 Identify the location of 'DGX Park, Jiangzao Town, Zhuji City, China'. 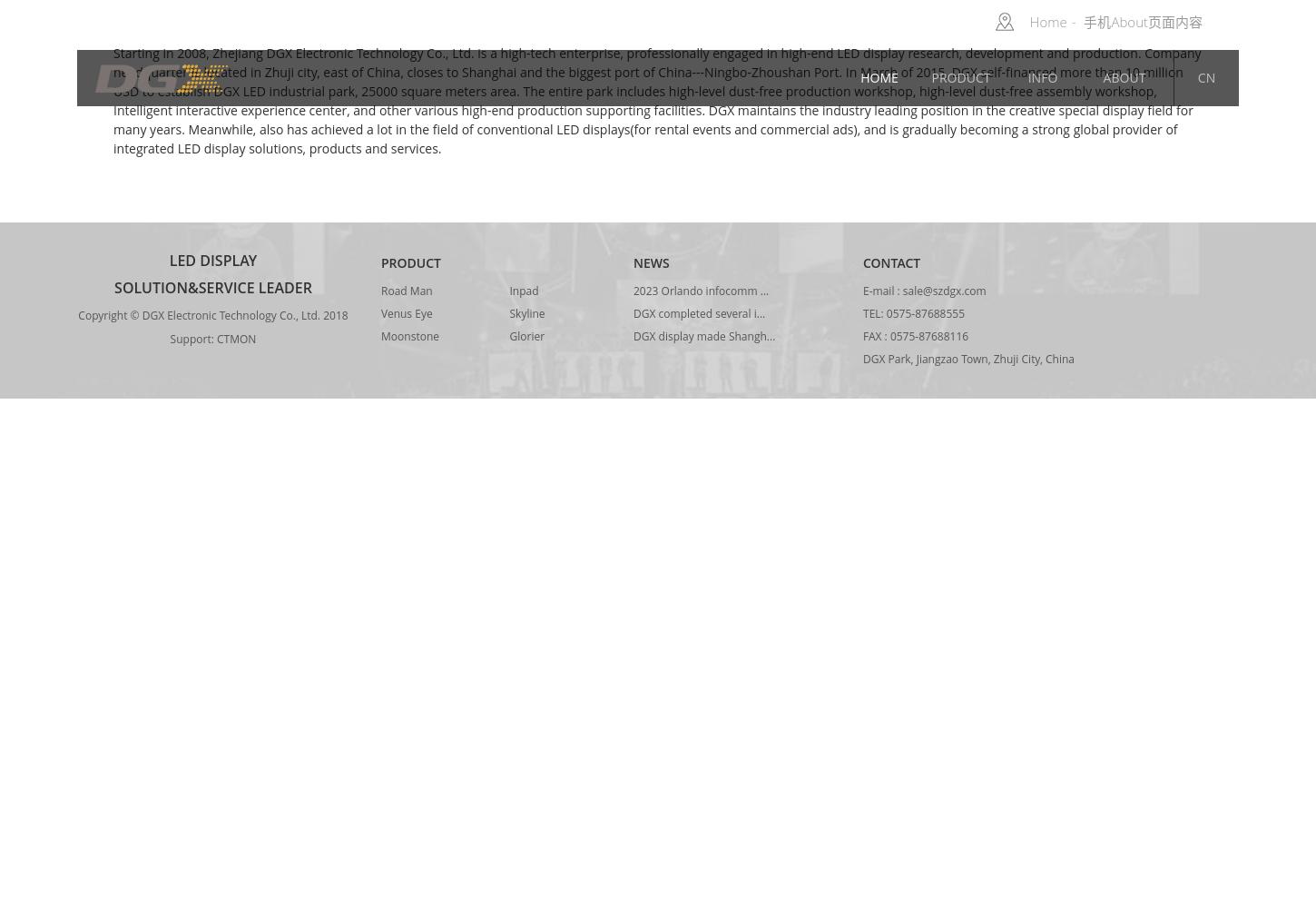
(862, 359).